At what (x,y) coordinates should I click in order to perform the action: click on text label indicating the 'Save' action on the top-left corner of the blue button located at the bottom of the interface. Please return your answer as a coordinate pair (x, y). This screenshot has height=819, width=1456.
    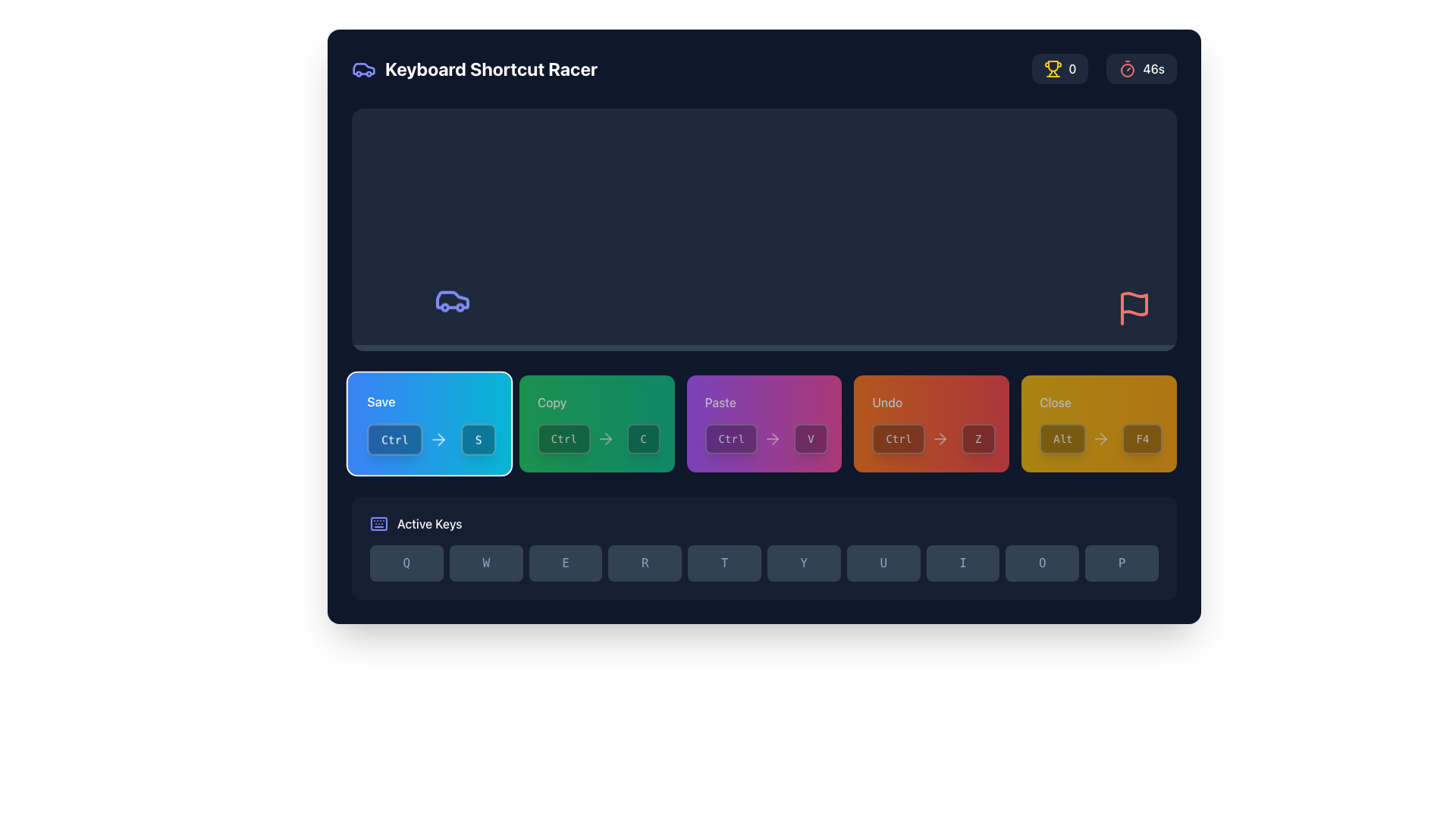
    Looking at the image, I should click on (381, 400).